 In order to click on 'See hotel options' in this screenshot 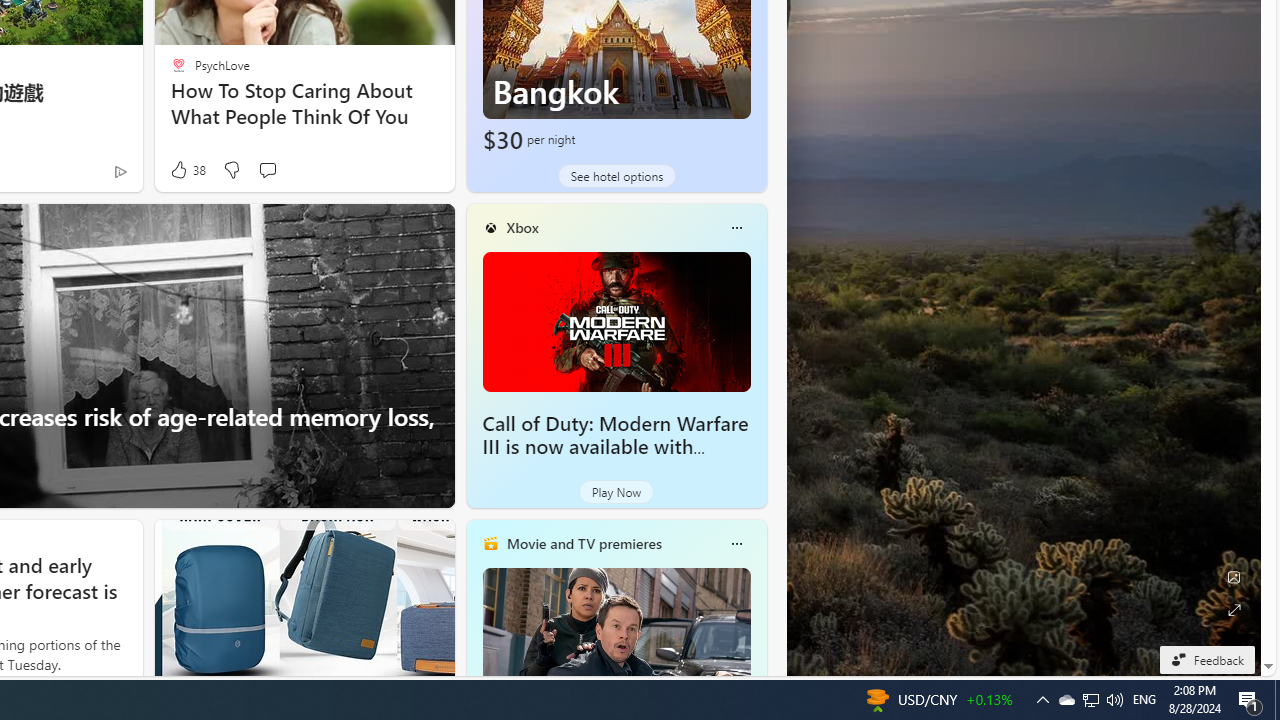, I will do `click(615, 175)`.